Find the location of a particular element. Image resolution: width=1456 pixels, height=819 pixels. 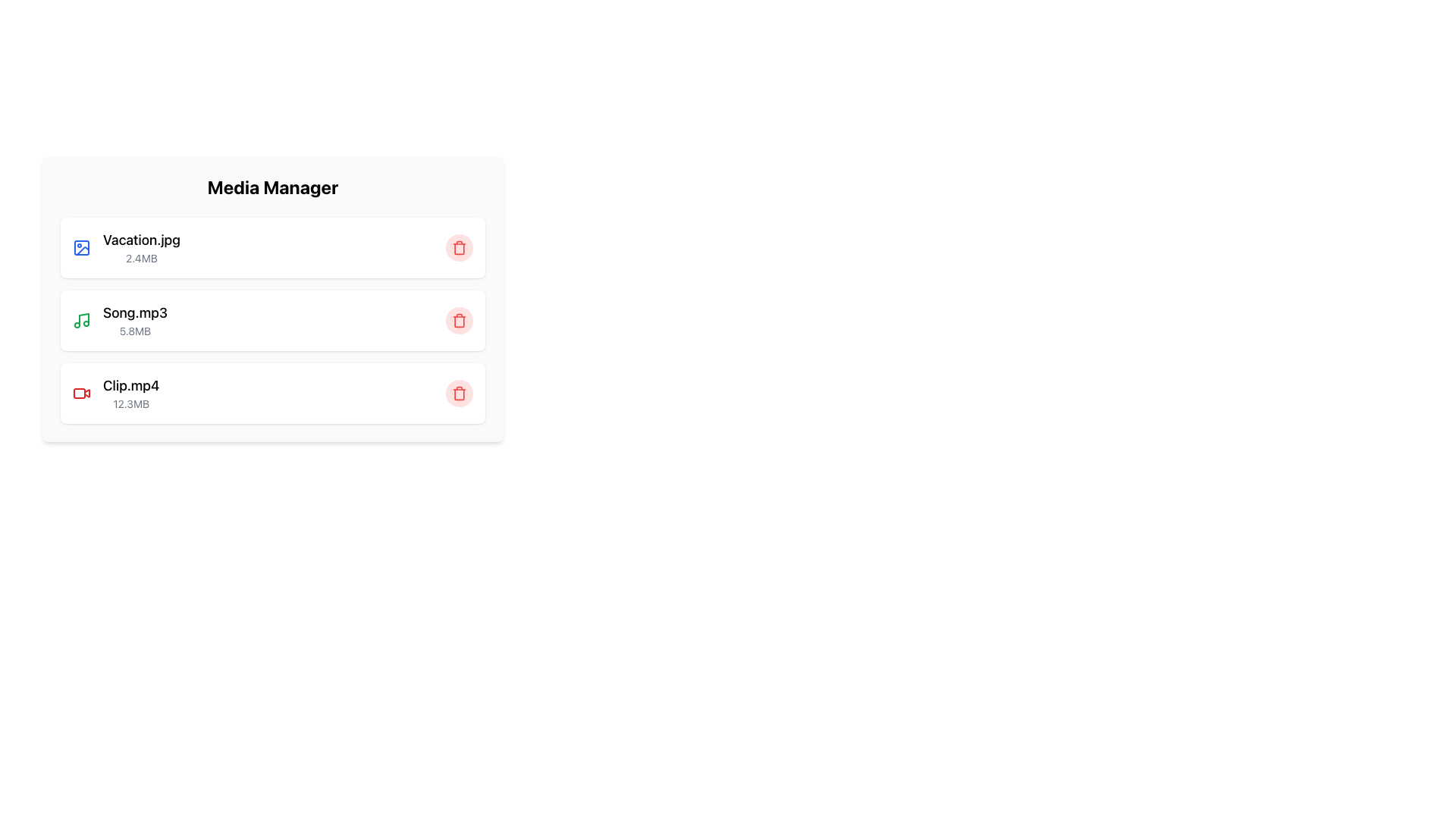

the identification label for the file located within the second file card in the Media Manager interface, which displays the file name and size, and is positioned next to the green music note icon is located at coordinates (119, 320).